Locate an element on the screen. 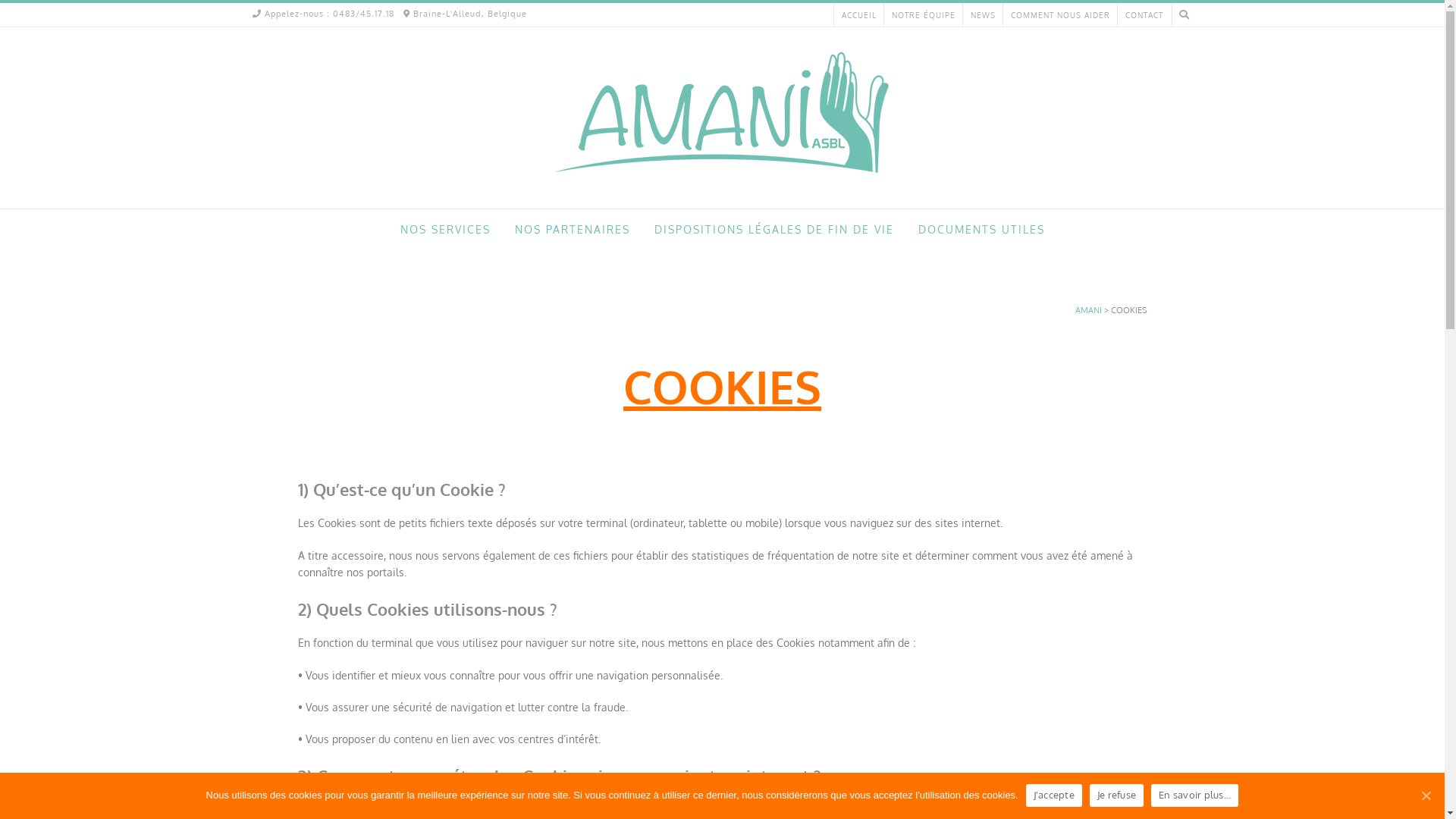  'NOS SERVICES' is located at coordinates (444, 231).